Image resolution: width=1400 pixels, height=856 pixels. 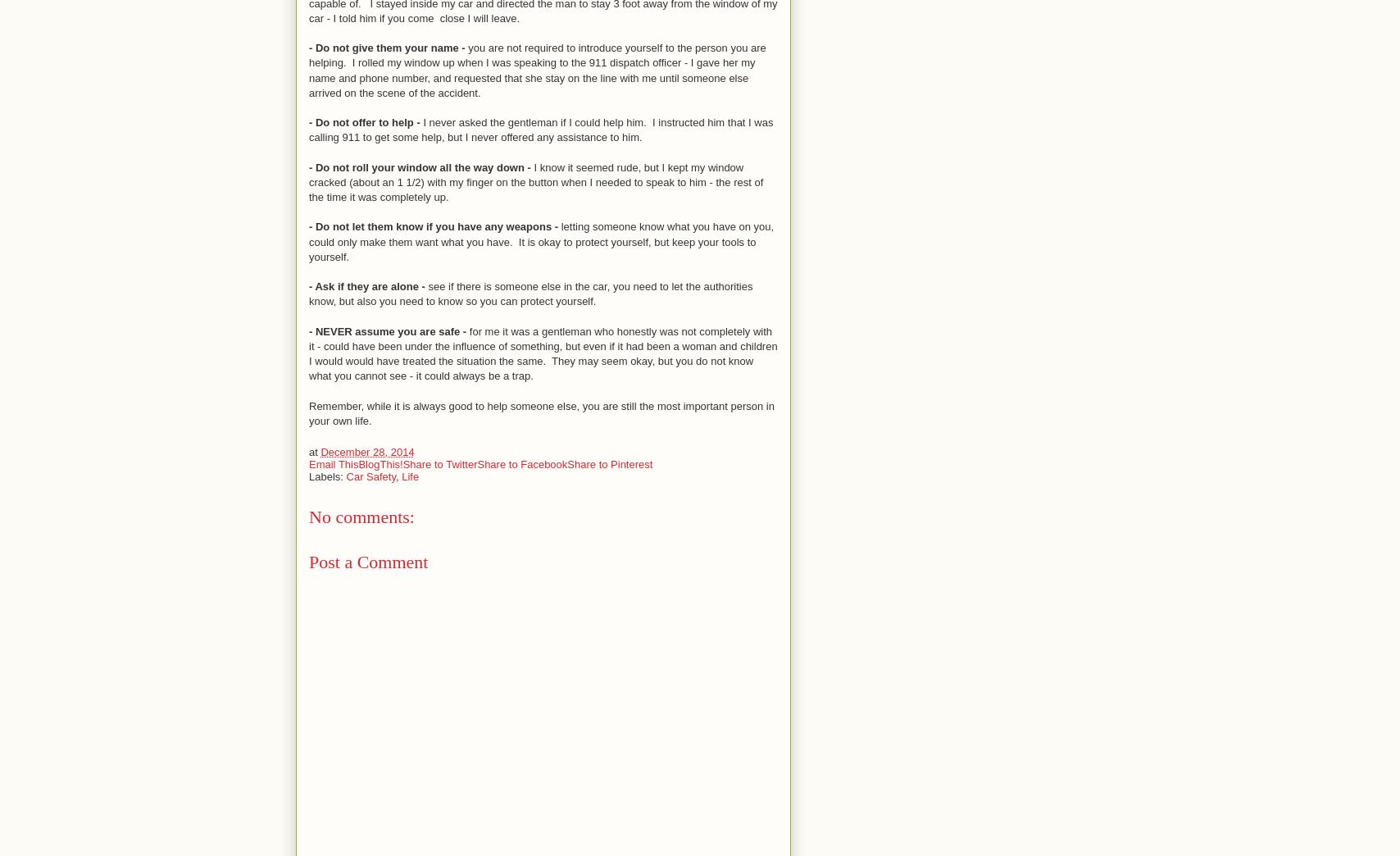 What do you see at coordinates (433, 225) in the screenshot?
I see `'- Do not let them know if you have any weapons -'` at bounding box center [433, 225].